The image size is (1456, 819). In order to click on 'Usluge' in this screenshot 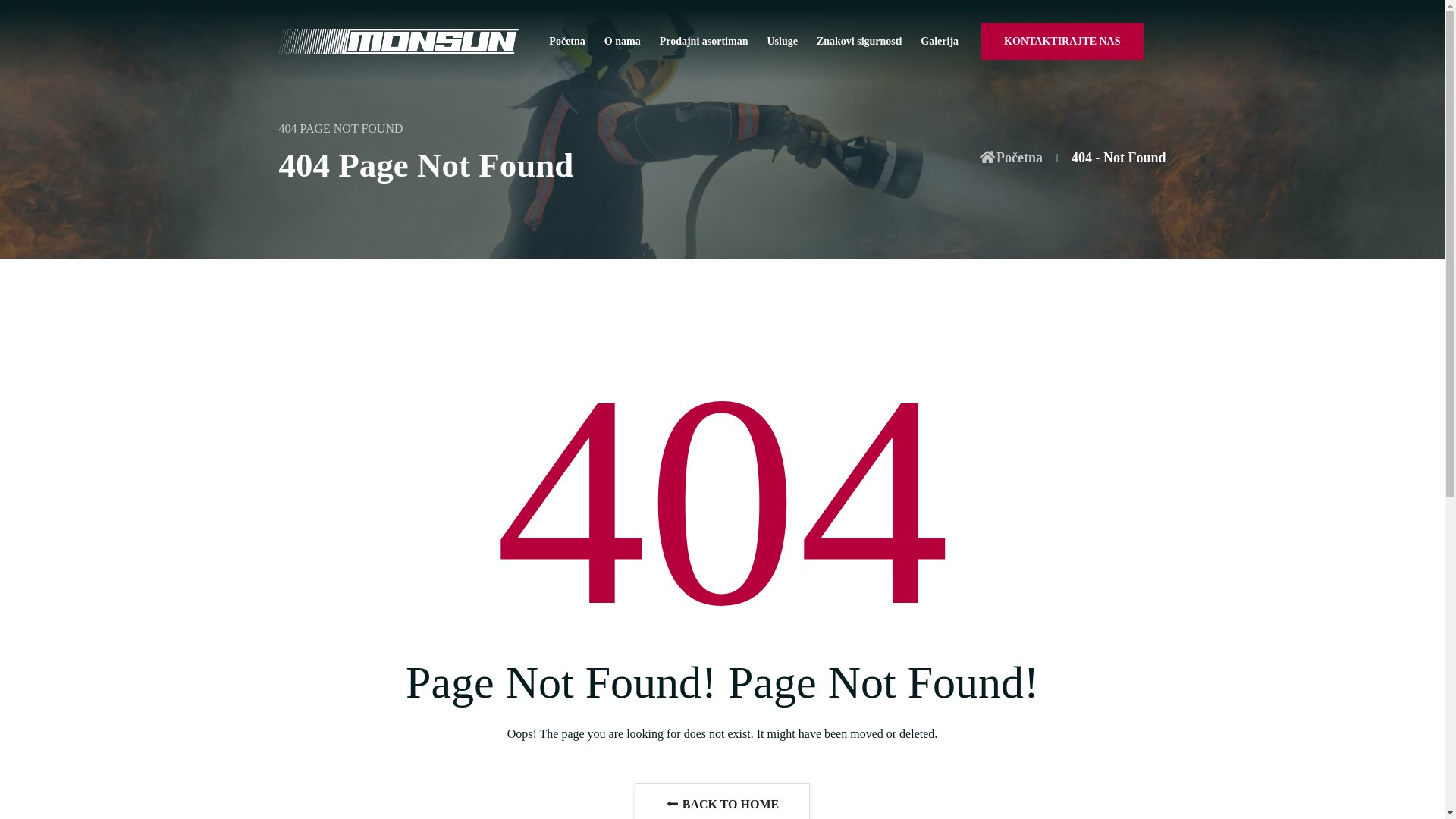, I will do `click(782, 40)`.